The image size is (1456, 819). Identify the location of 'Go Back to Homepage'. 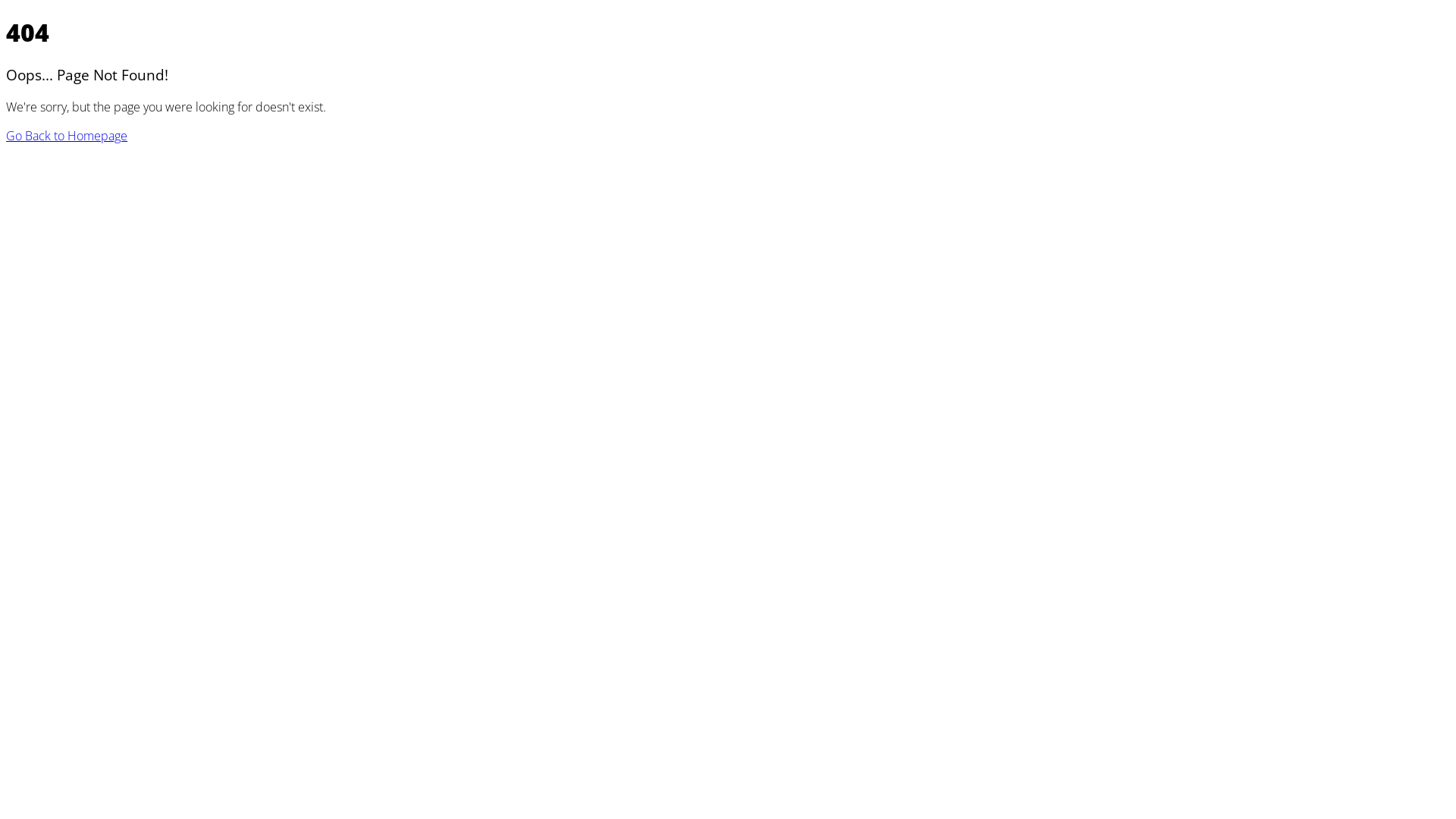
(6, 134).